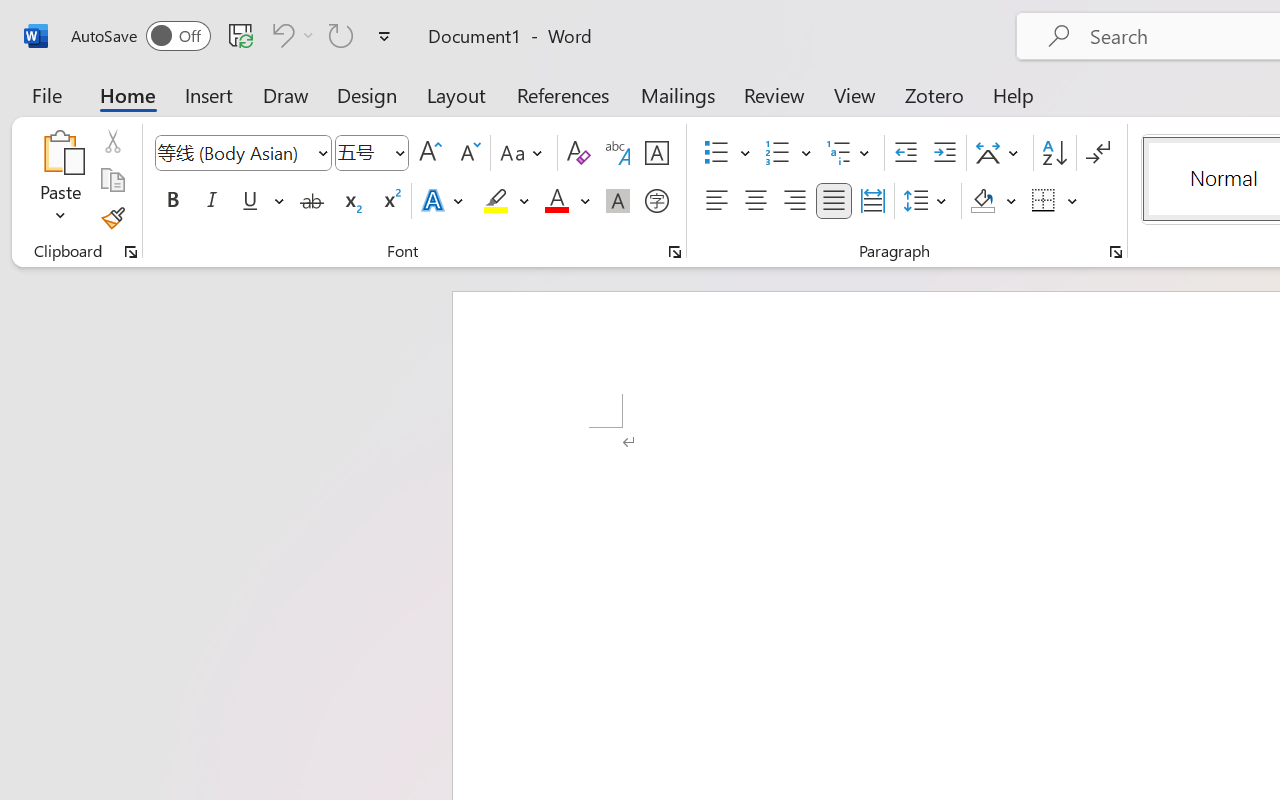 This screenshot has width=1280, height=800. Describe the element at coordinates (289, 34) in the screenshot. I see `'Can'` at that location.